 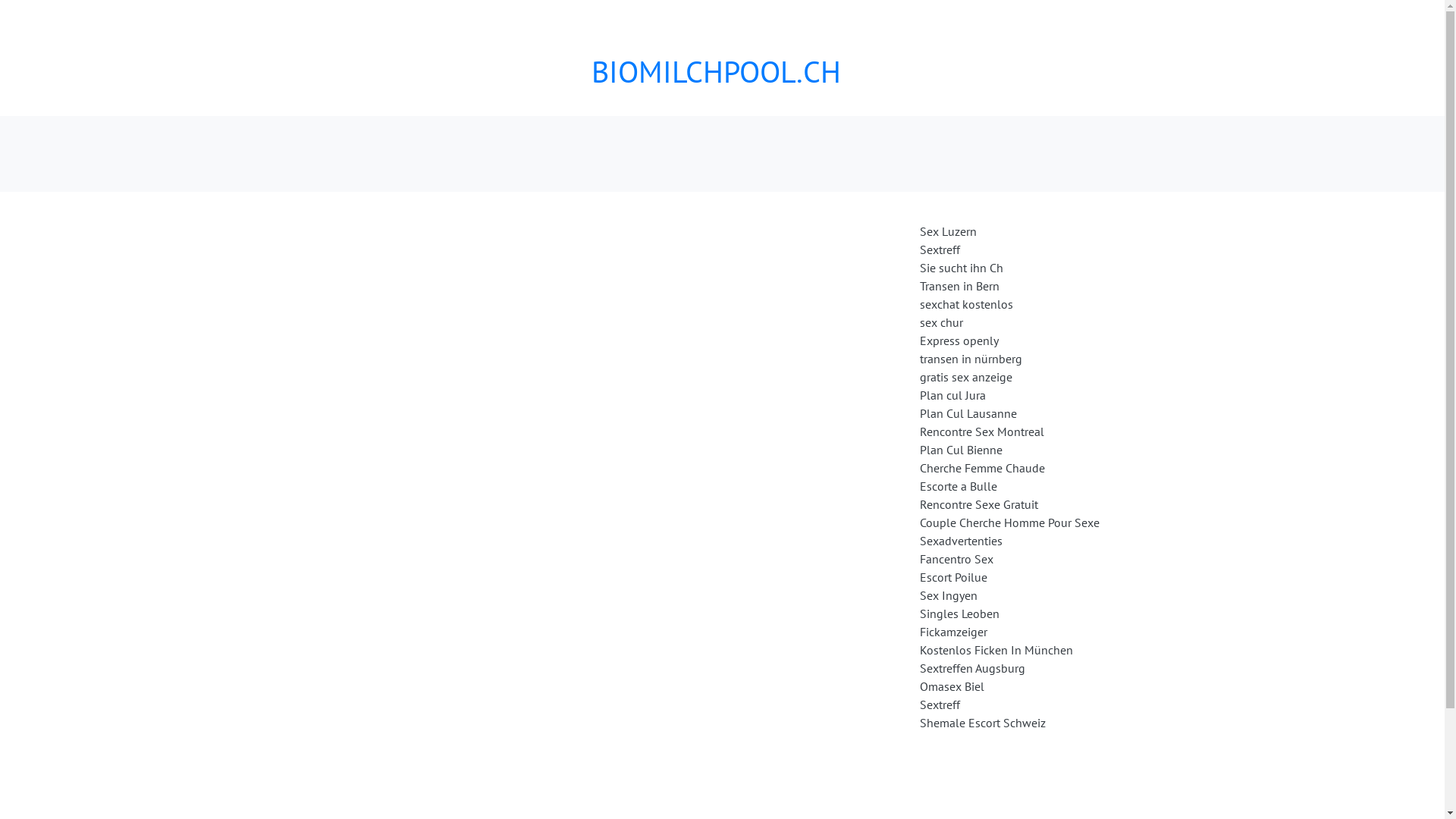 What do you see at coordinates (955, 558) in the screenshot?
I see `'Fancentro Sex'` at bounding box center [955, 558].